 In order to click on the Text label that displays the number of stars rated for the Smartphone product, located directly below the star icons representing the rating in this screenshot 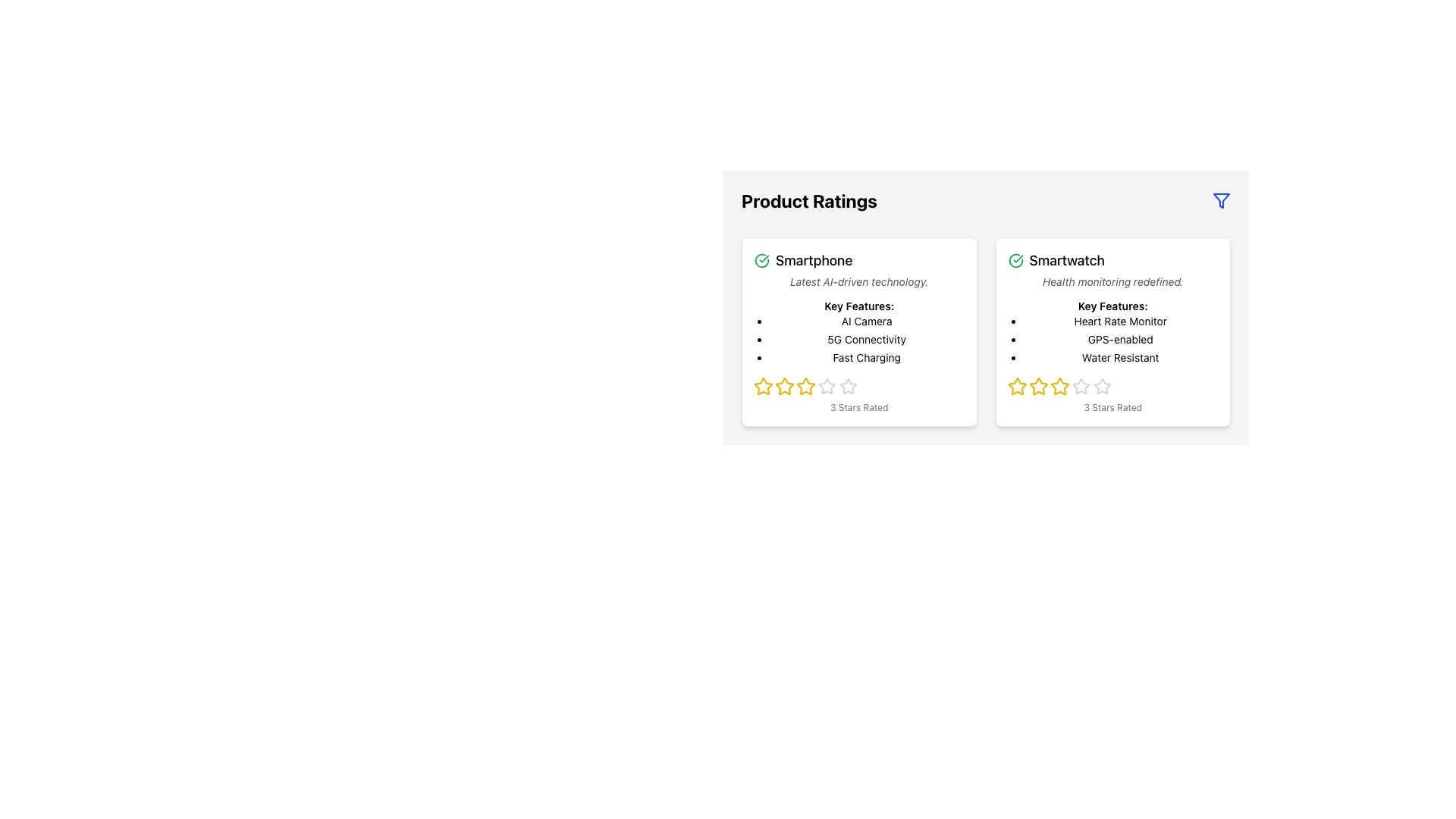, I will do `click(859, 406)`.